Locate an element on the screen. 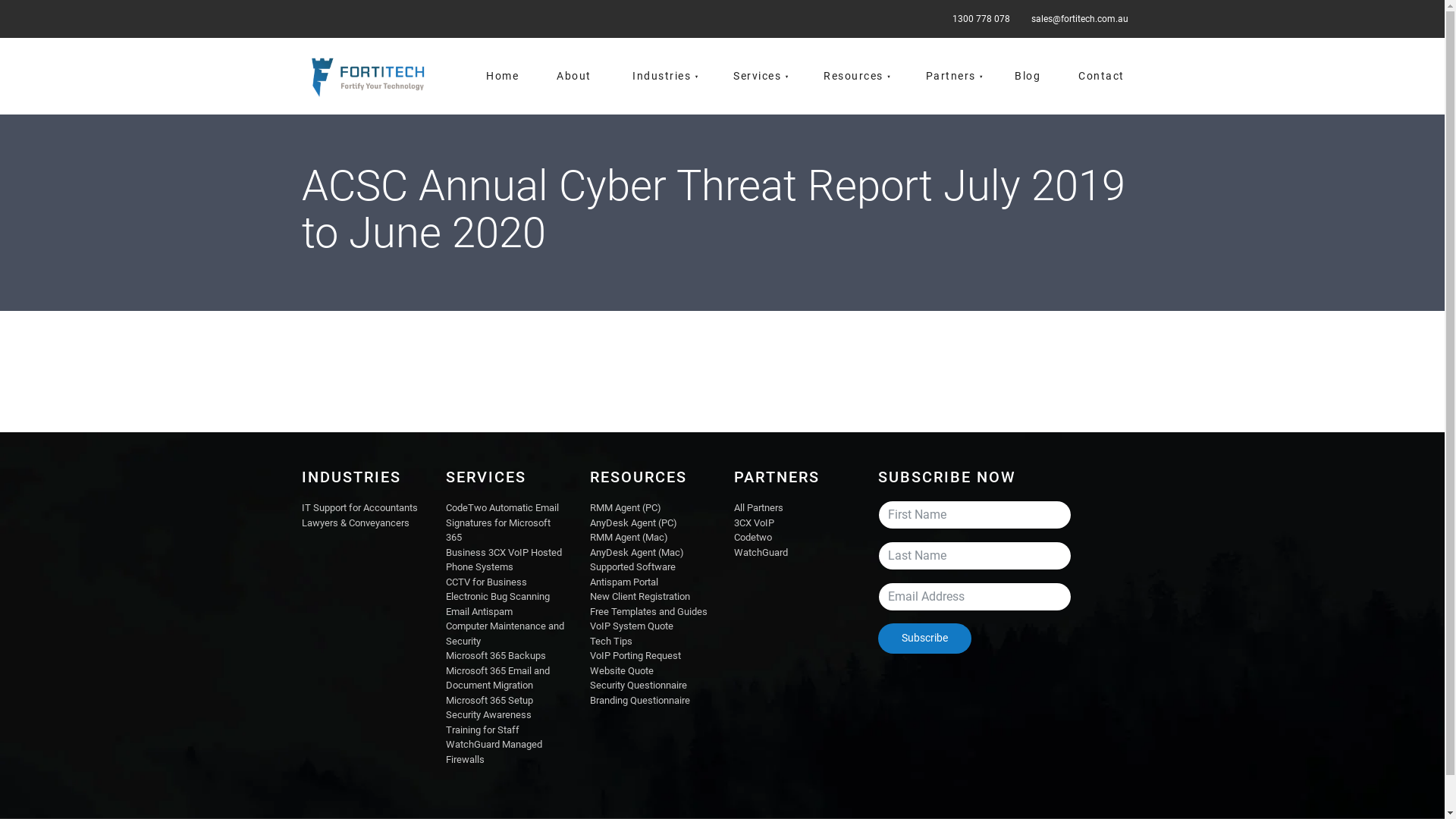 This screenshot has width=1456, height=819. 'VoIP Porting Request' is located at coordinates (588, 654).